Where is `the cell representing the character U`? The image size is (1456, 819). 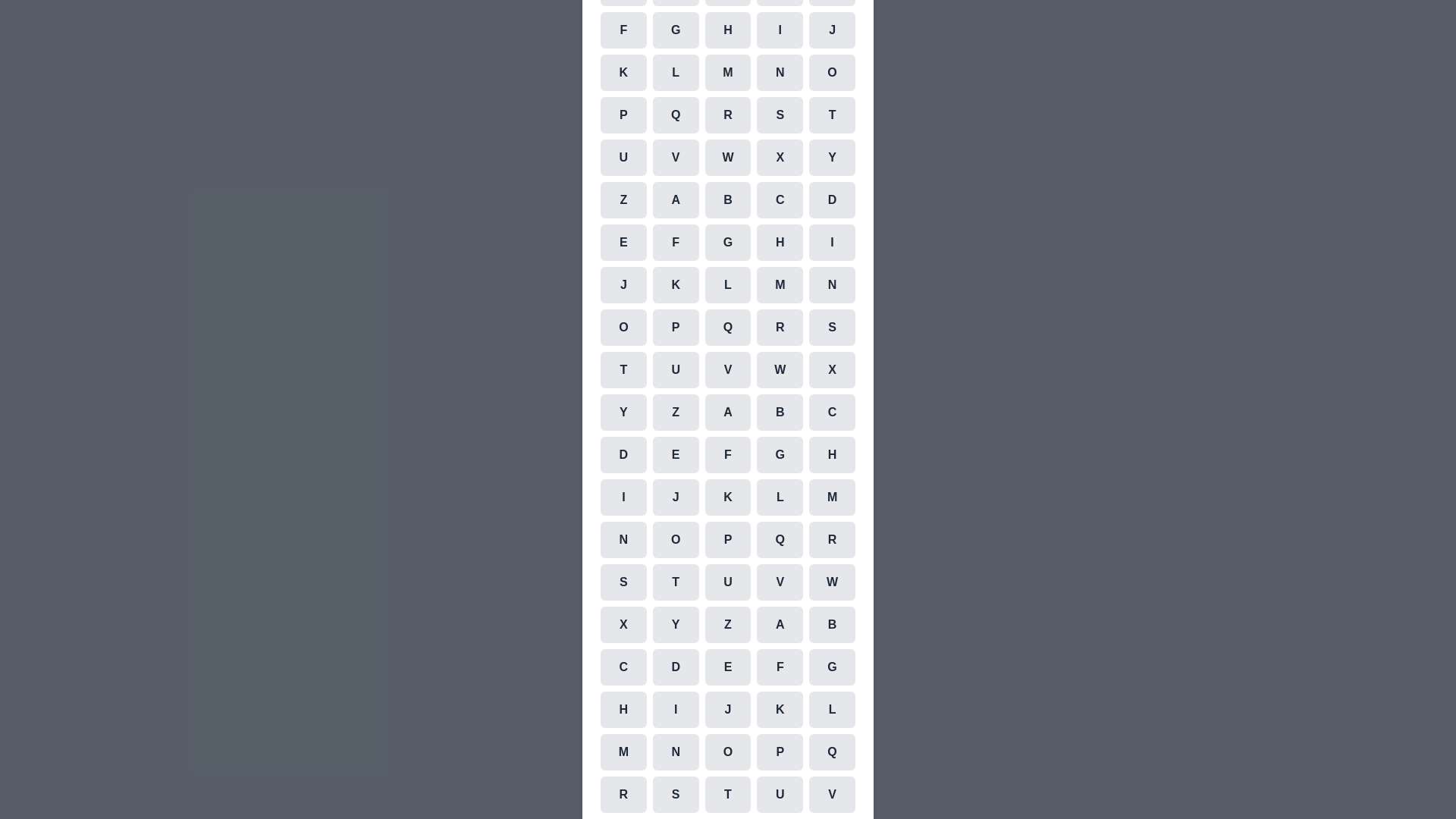
the cell representing the character U is located at coordinates (623, 158).